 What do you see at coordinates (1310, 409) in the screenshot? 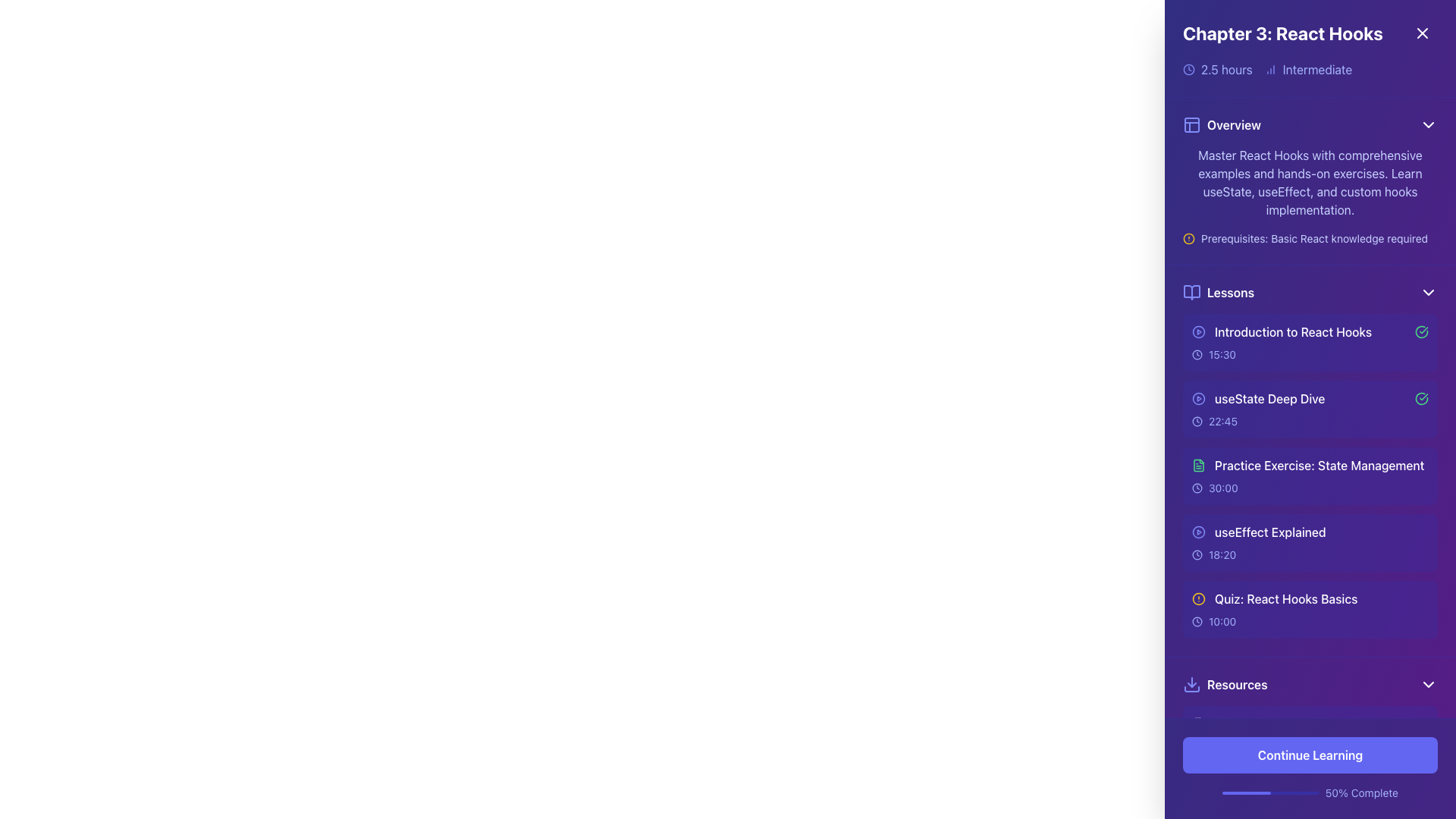
I see `the 'useState Deep Dive' lesson card/button located in the 'Lessons' section` at bounding box center [1310, 409].